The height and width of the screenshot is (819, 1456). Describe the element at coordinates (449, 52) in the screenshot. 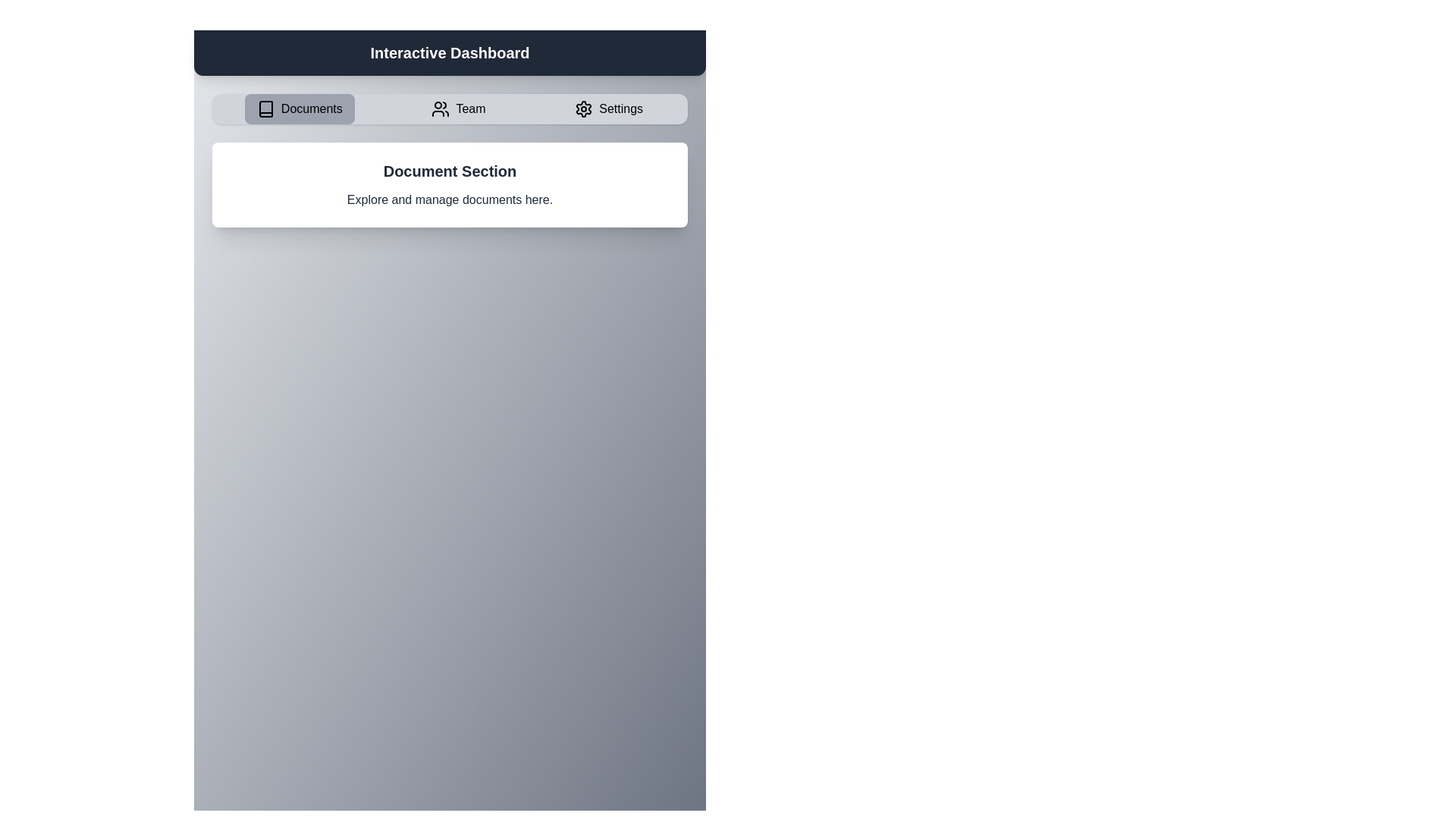

I see `the static text label indicating the name or purpose of the current interface, which is centrally positioned in the top navigation area` at that location.